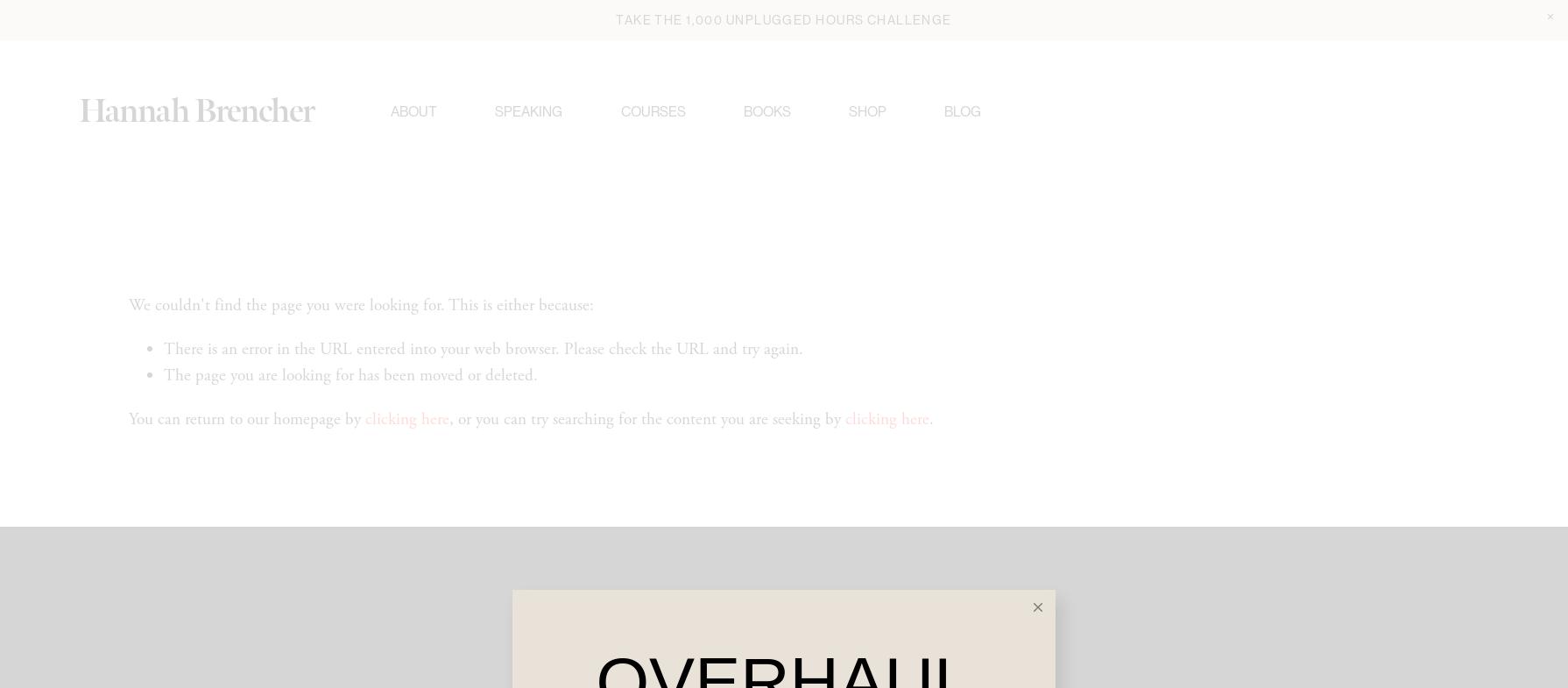 This screenshot has width=1568, height=688. Describe the element at coordinates (246, 425) in the screenshot. I see `'You can return to our homepage by'` at that location.